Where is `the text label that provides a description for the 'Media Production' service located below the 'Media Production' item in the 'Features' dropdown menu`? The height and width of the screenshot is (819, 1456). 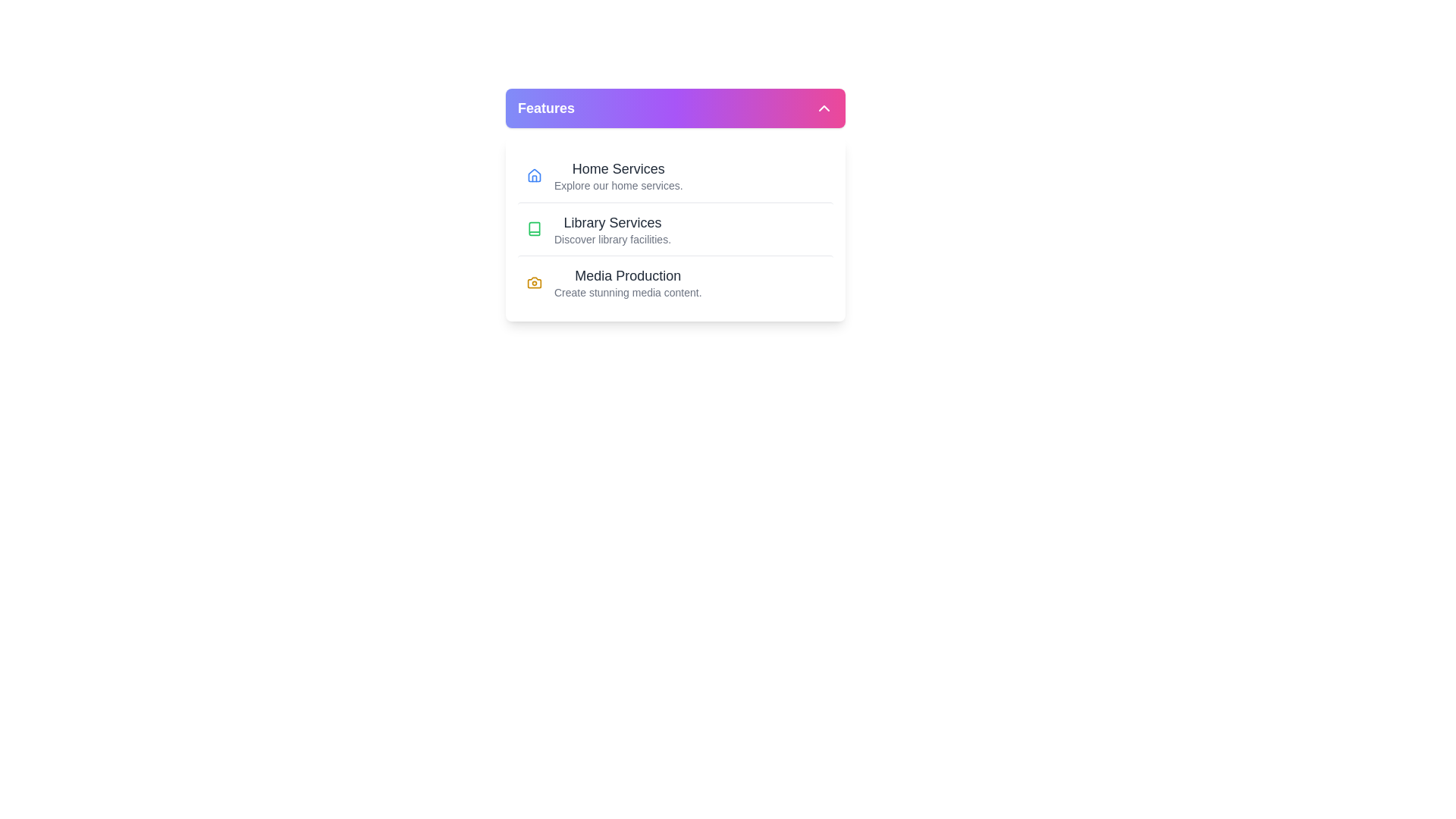
the text label that provides a description for the 'Media Production' service located below the 'Media Production' item in the 'Features' dropdown menu is located at coordinates (628, 292).